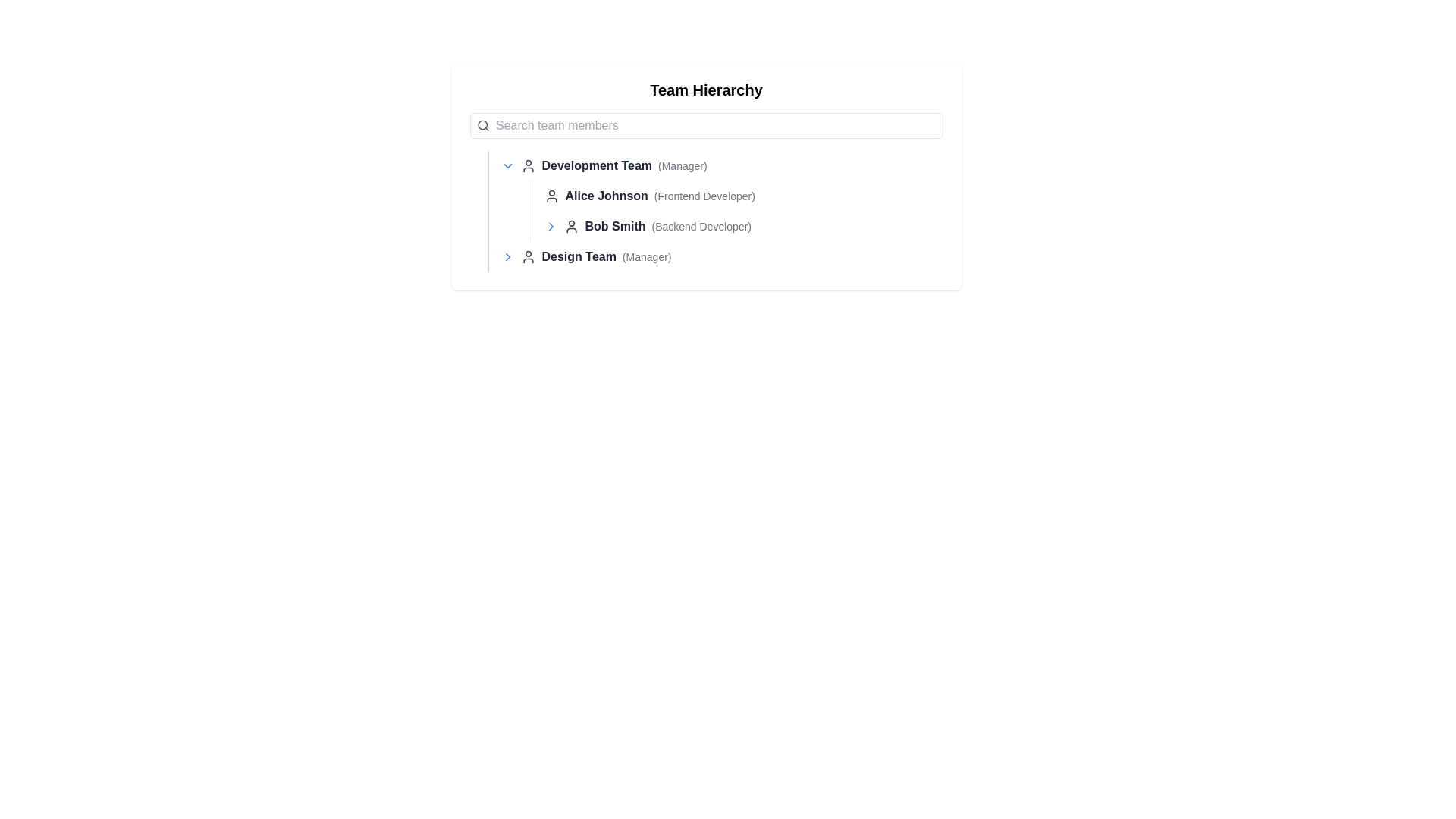 The height and width of the screenshot is (819, 1456). What do you see at coordinates (615, 227) in the screenshot?
I see `the text label component displaying 'Bob Smith'` at bounding box center [615, 227].